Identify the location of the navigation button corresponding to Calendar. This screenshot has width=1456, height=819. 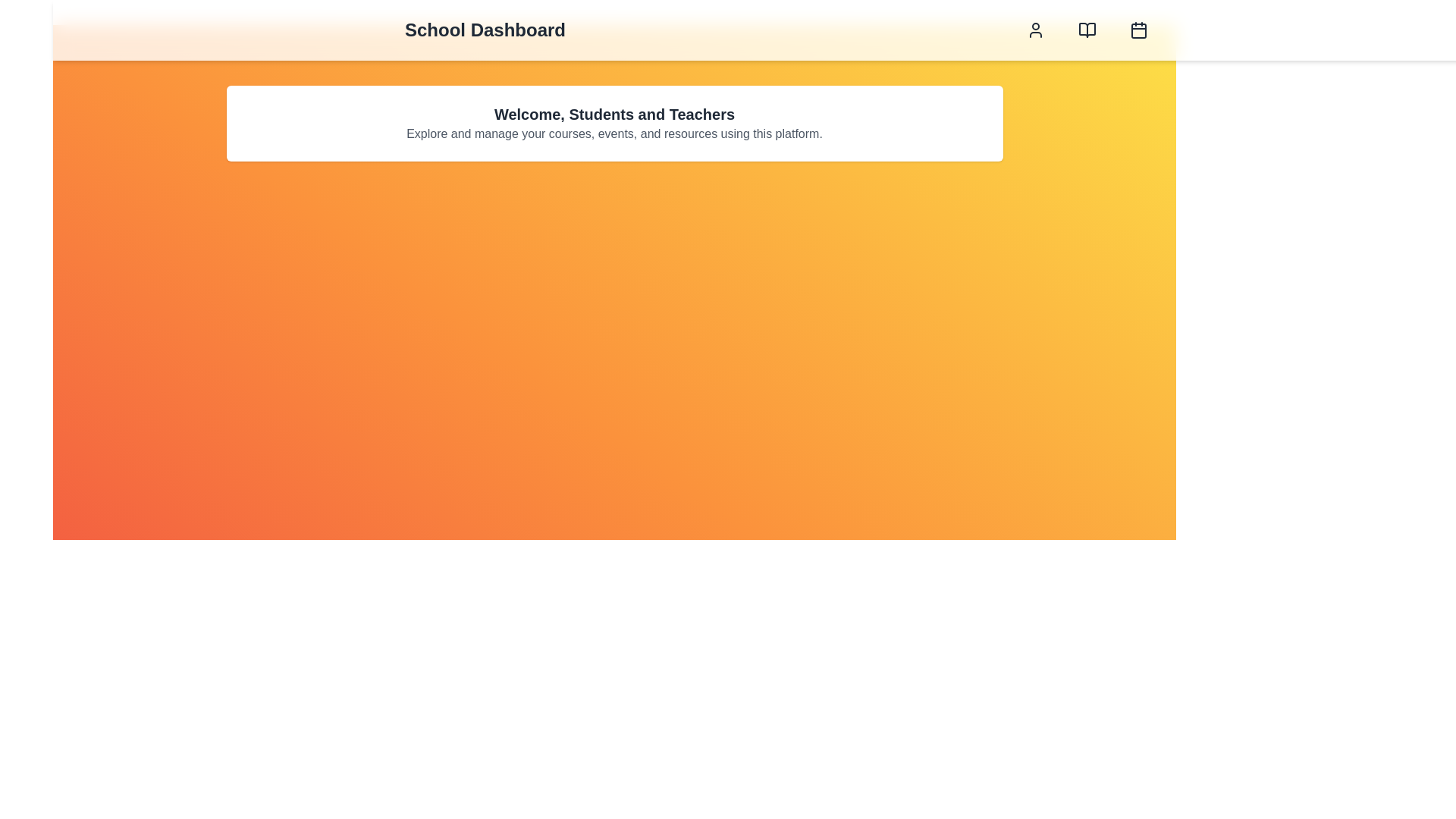
(1139, 30).